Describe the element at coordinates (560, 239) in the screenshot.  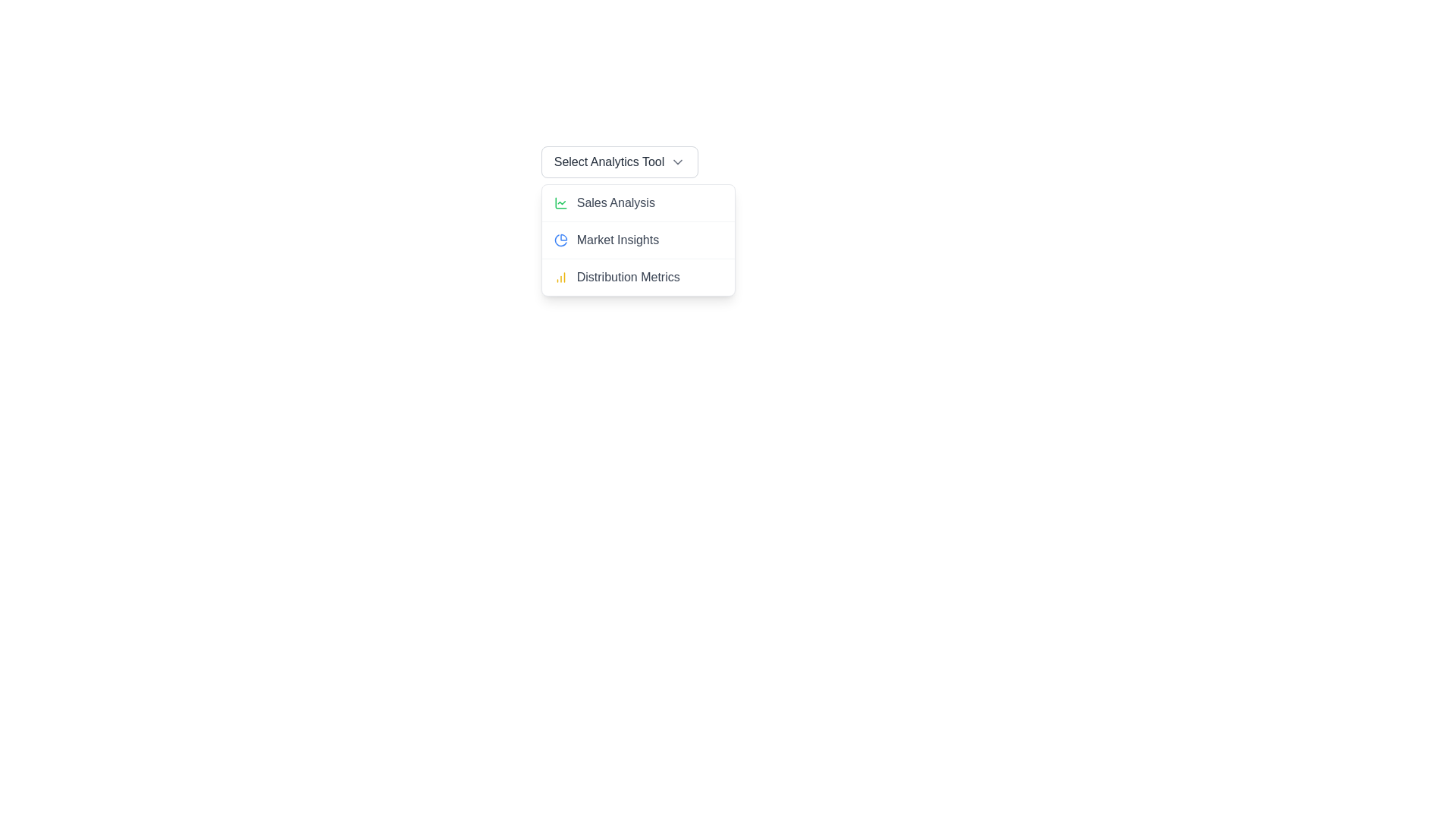
I see `the 'Market Insights' icon located within the dropdown menu, which is the second entry's icon, positioned to the left of the text label` at that location.